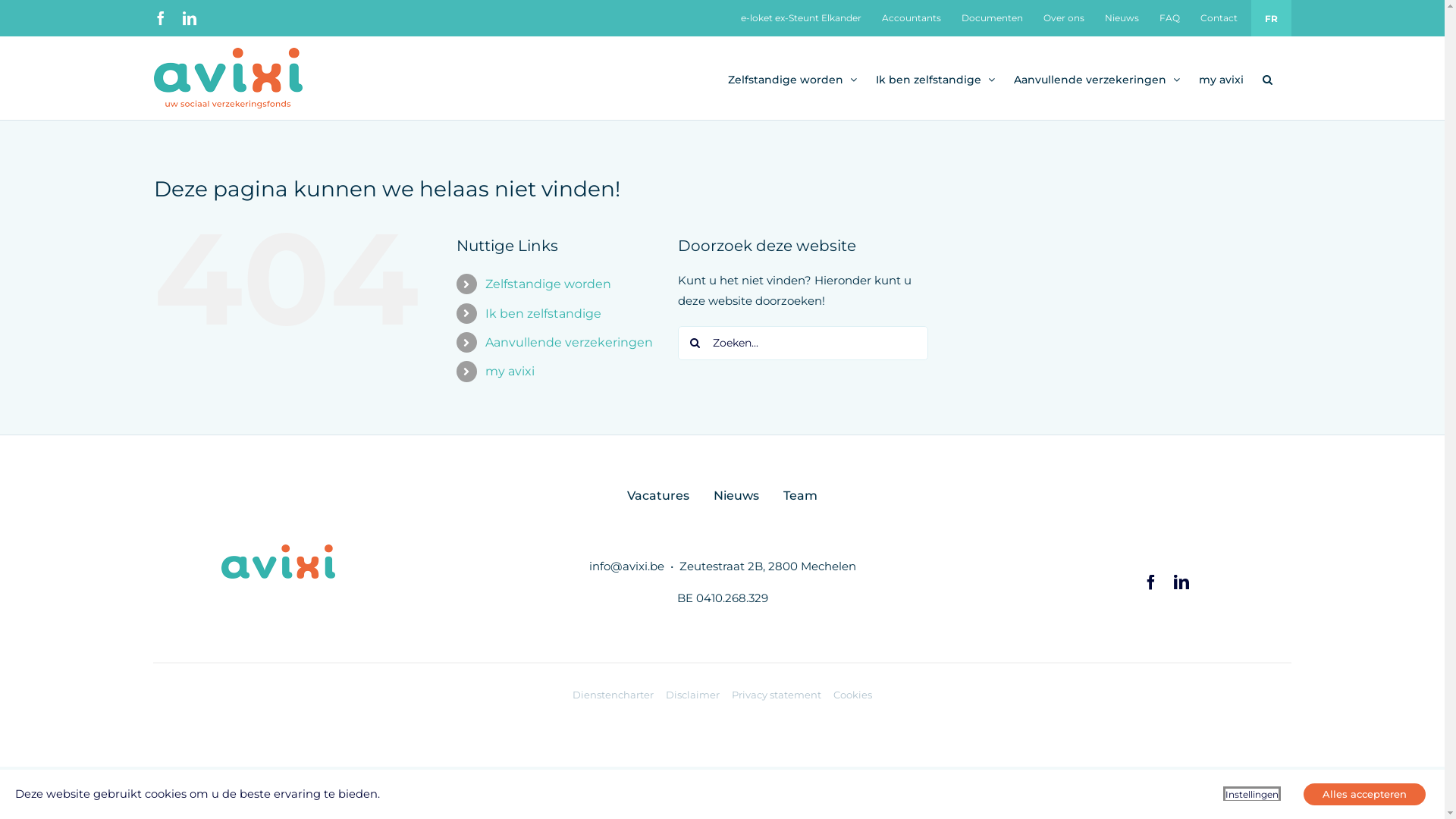  I want to click on 'Zoeken', so click(1266, 78).